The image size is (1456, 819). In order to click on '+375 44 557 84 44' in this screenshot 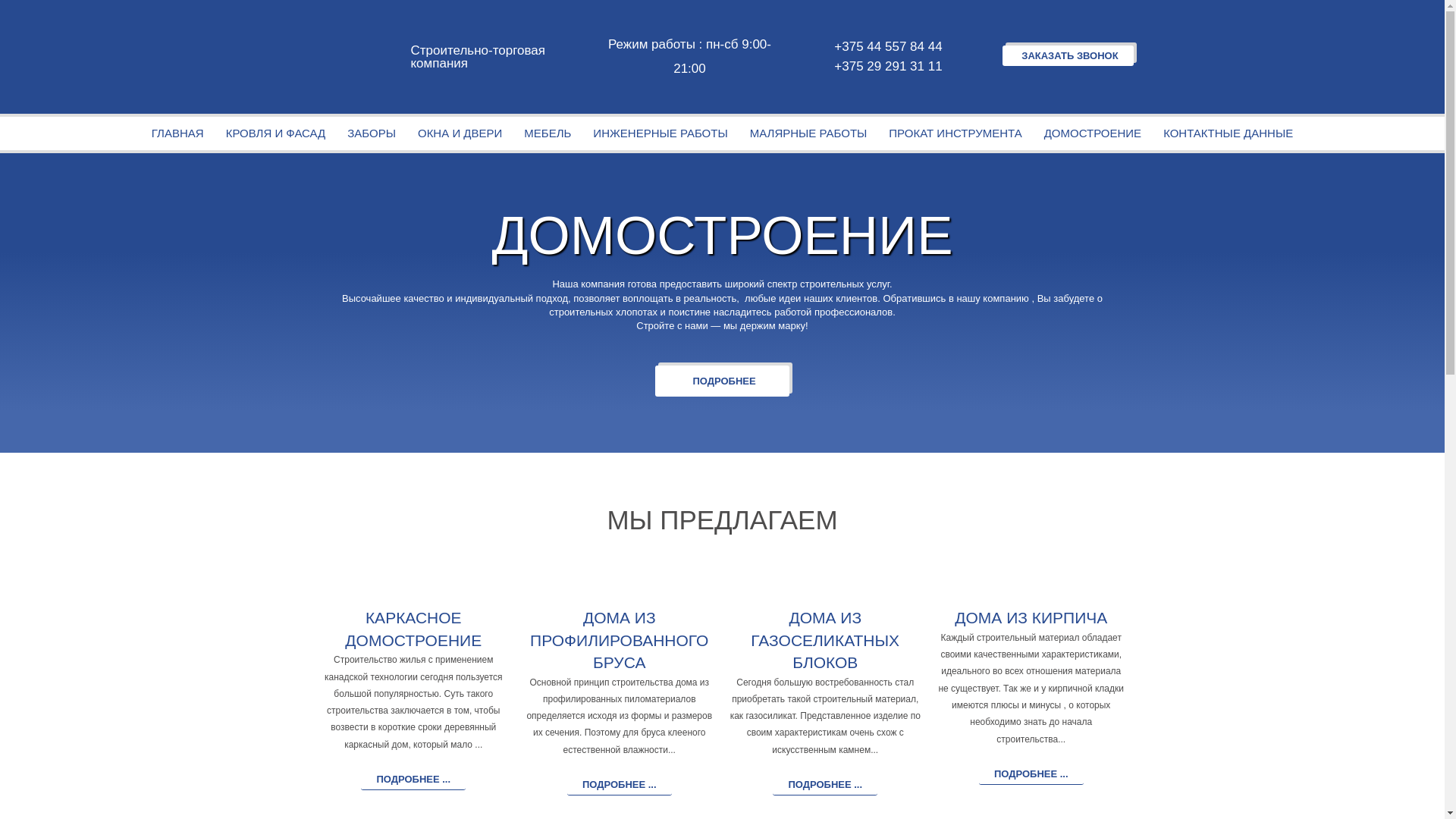, I will do `click(886, 45)`.